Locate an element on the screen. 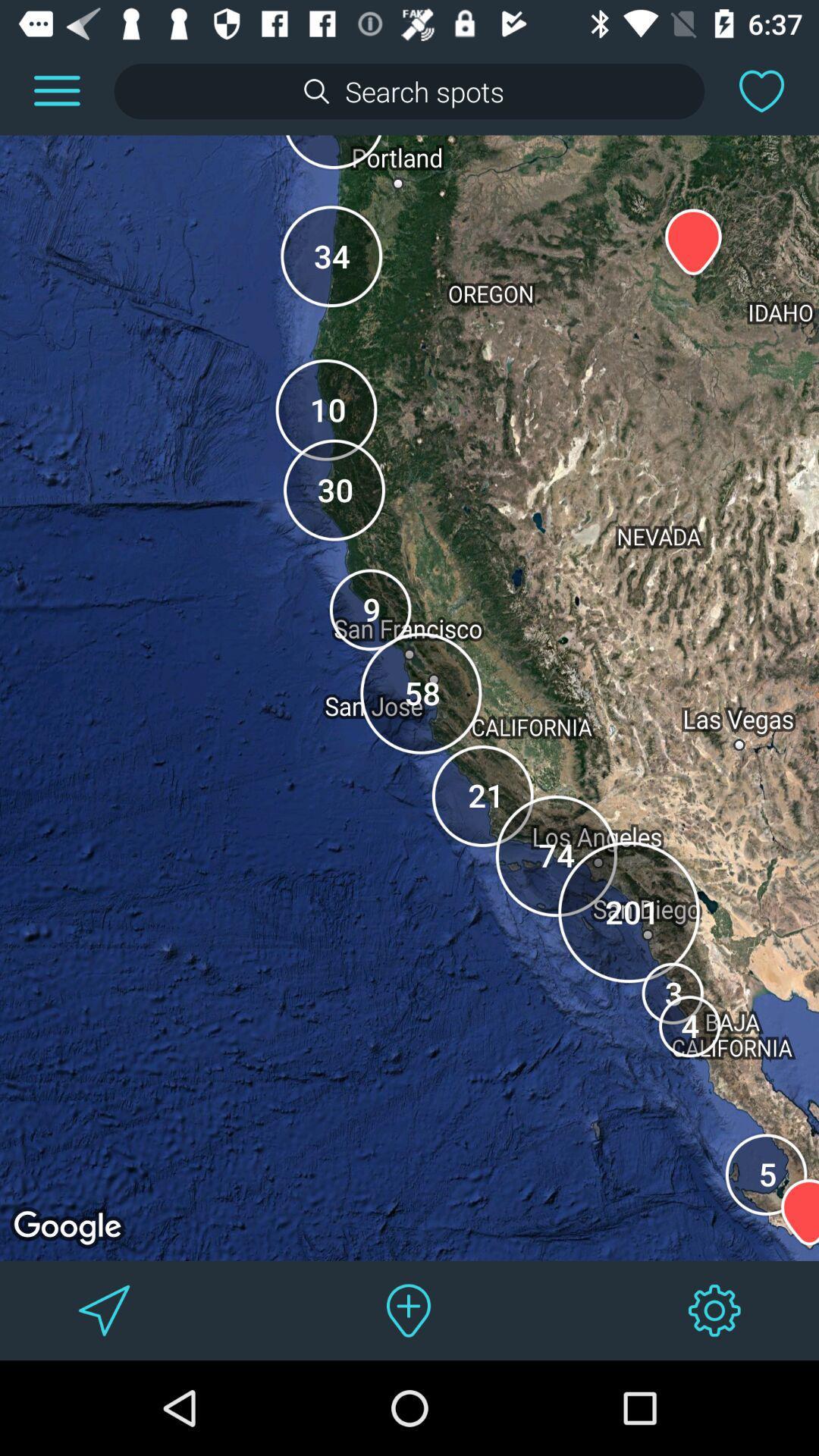 Image resolution: width=819 pixels, height=1456 pixels. get directions is located at coordinates (103, 1310).